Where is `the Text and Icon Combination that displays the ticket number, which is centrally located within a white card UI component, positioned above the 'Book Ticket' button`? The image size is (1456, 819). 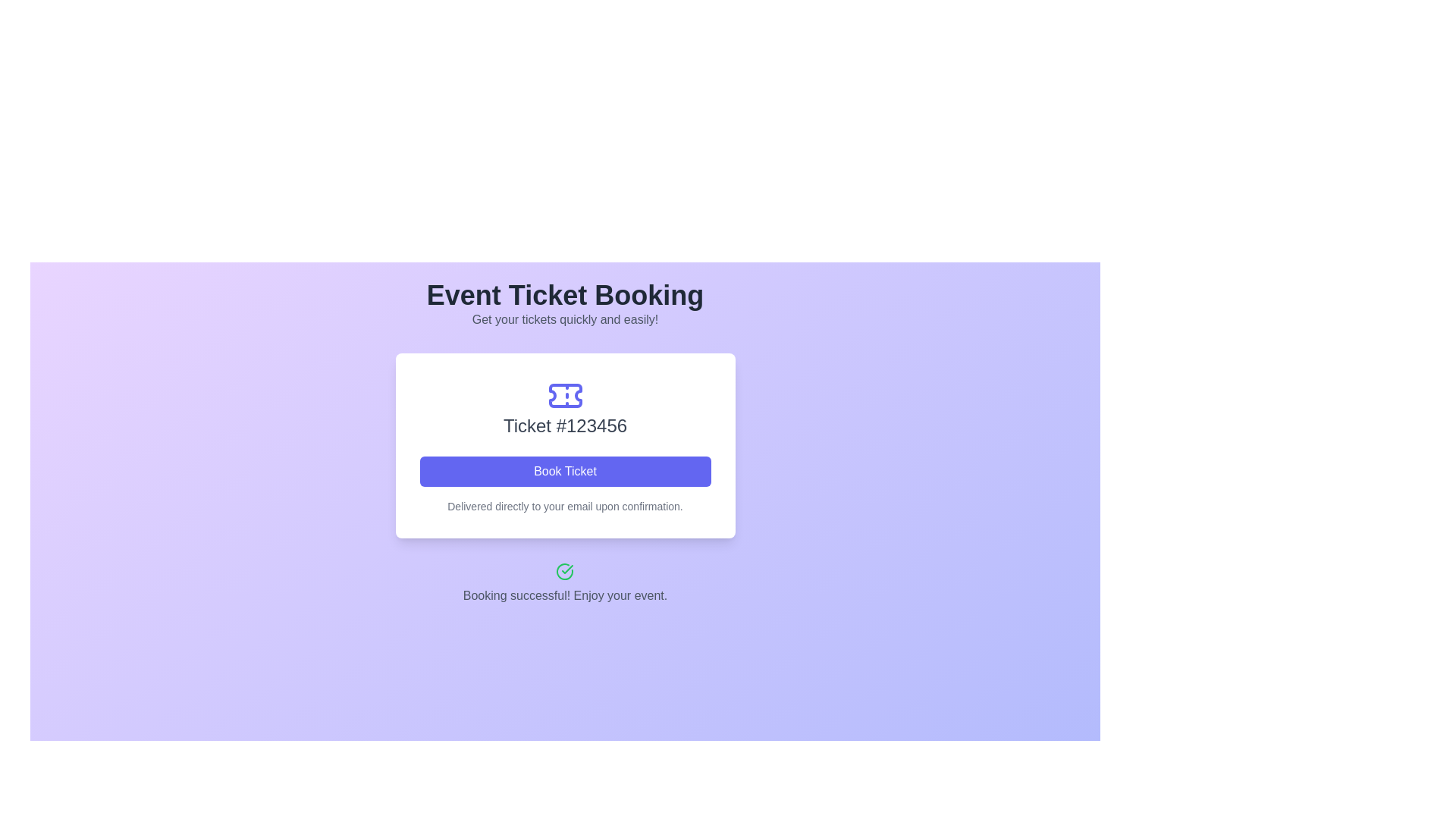 the Text and Icon Combination that displays the ticket number, which is centrally located within a white card UI component, positioned above the 'Book Ticket' button is located at coordinates (564, 406).